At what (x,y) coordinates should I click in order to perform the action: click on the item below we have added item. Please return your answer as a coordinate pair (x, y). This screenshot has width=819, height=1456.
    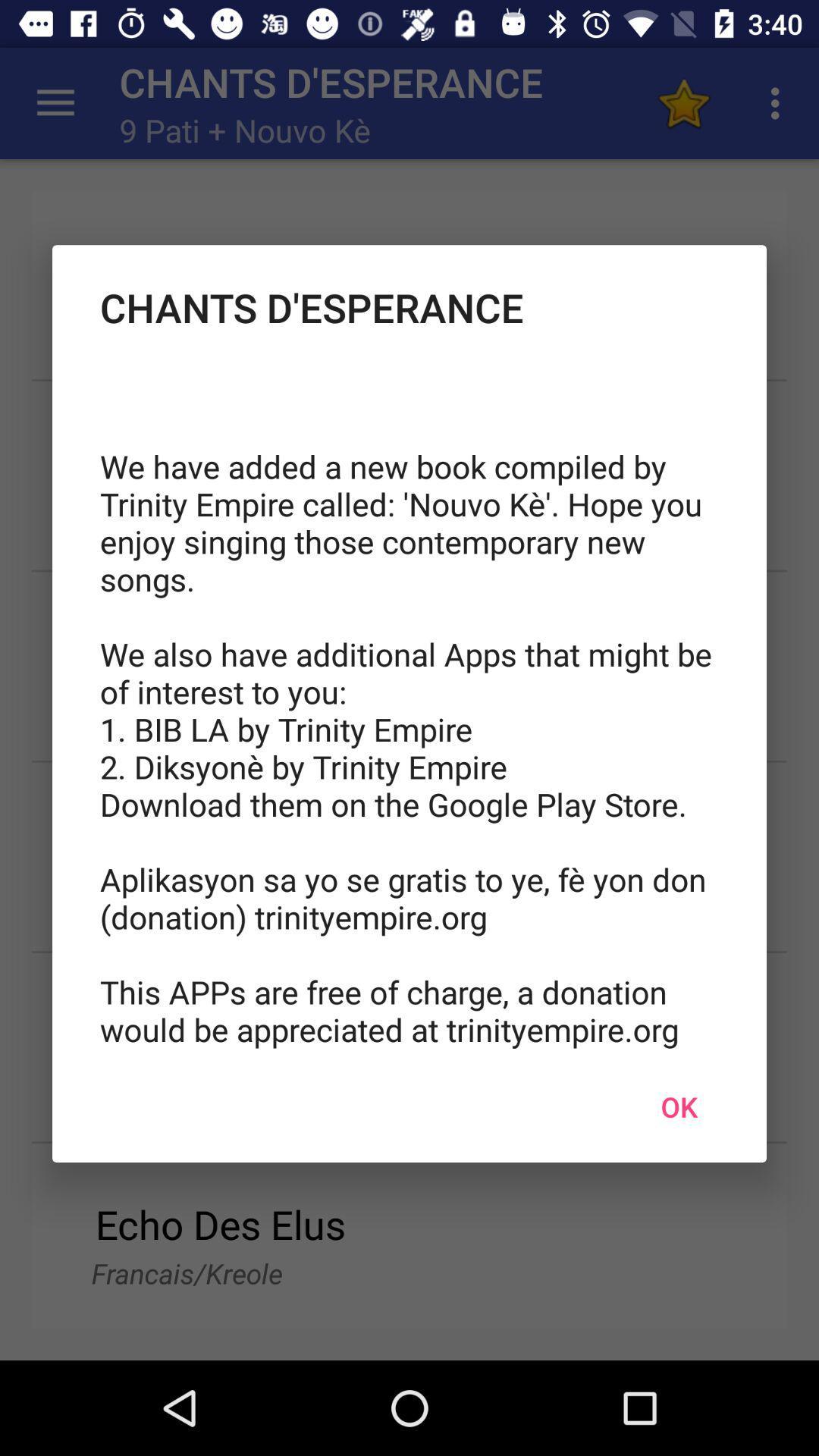
    Looking at the image, I should click on (678, 1106).